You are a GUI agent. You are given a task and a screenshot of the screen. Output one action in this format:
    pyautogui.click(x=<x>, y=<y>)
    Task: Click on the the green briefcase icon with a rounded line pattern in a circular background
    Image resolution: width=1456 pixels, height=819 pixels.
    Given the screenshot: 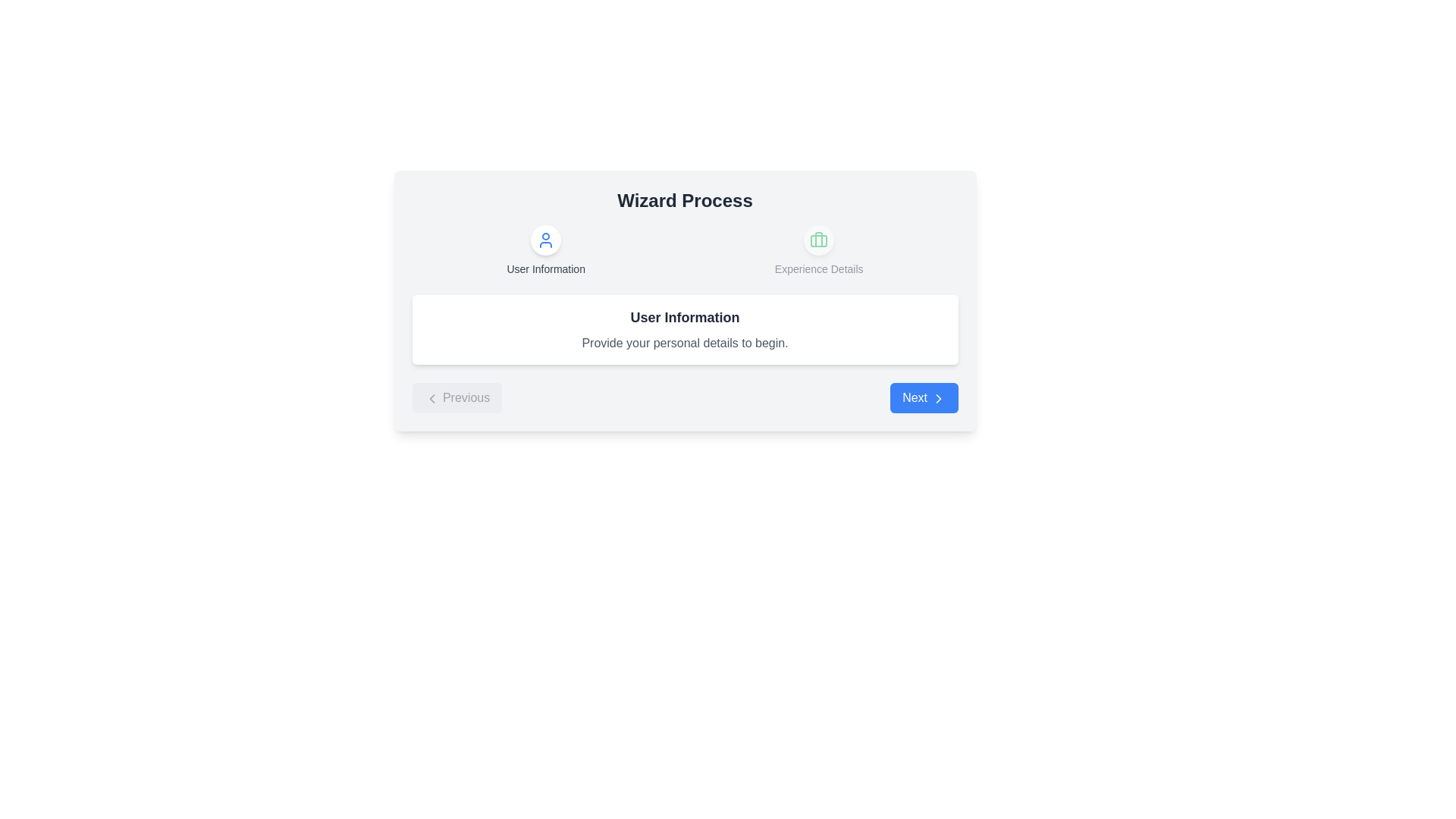 What is the action you would take?
    pyautogui.click(x=818, y=239)
    